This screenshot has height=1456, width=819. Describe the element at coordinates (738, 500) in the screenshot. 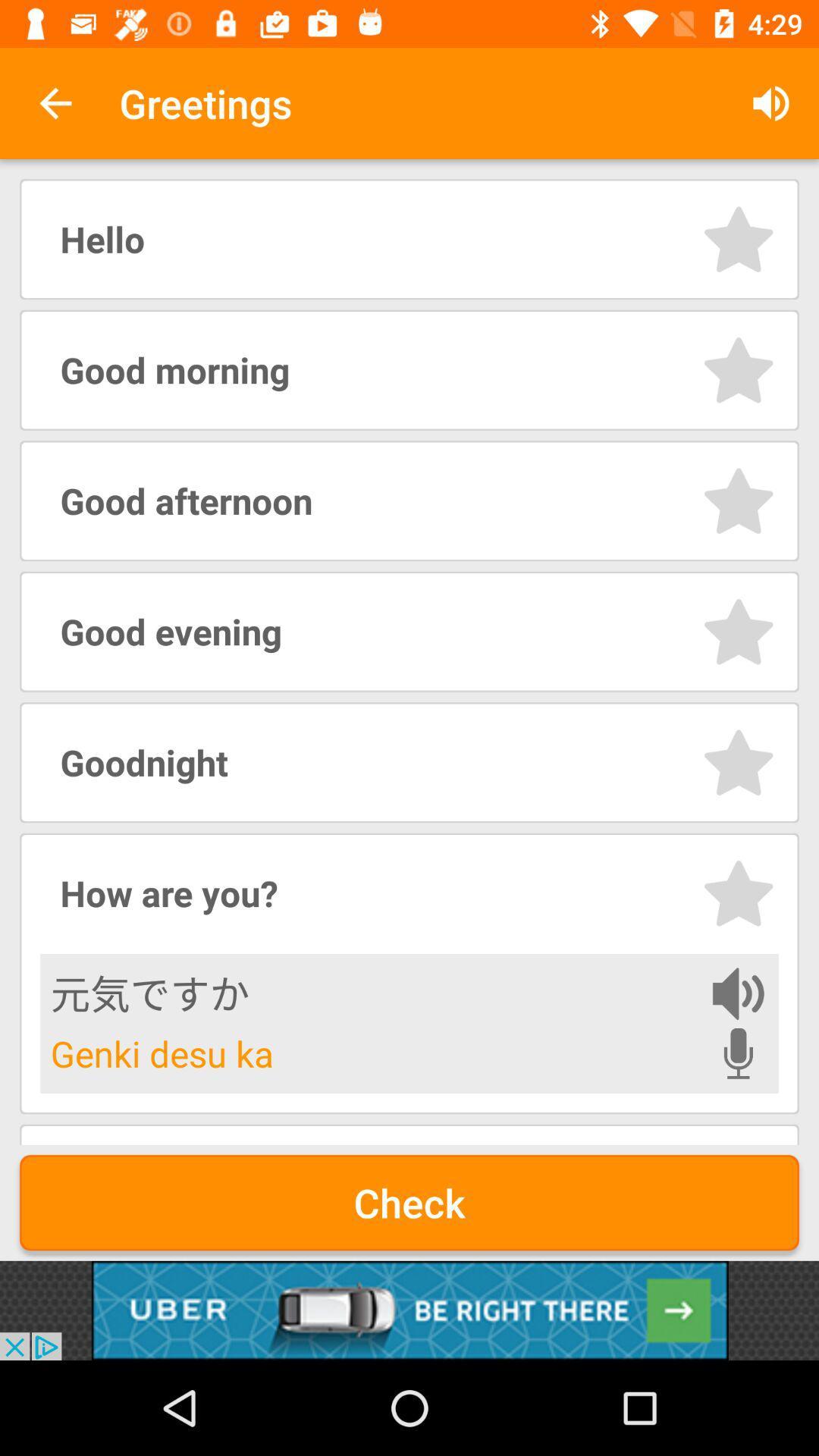

I see `this greeting` at that location.